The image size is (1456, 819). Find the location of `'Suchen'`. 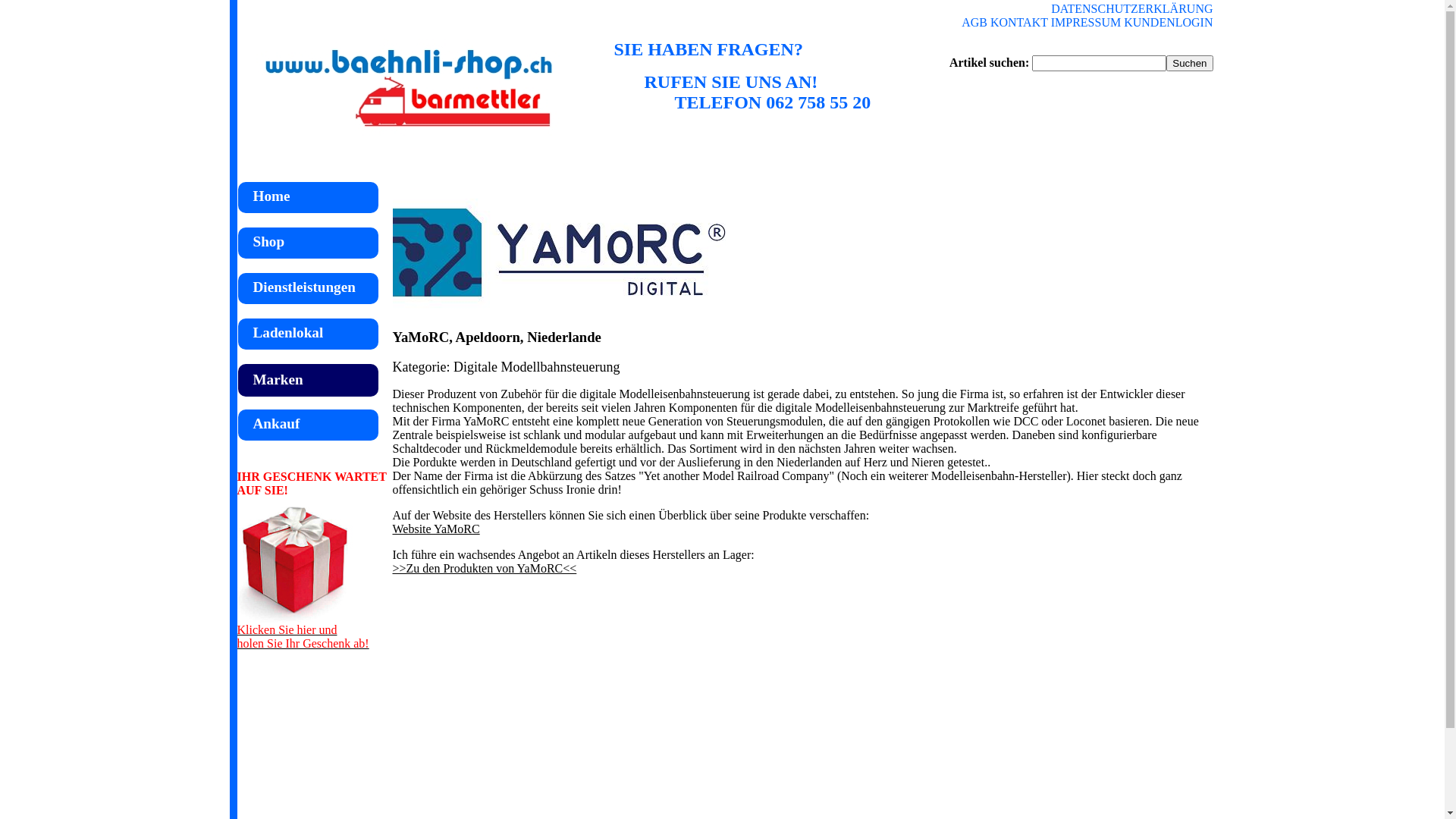

'Suchen' is located at coordinates (1188, 62).